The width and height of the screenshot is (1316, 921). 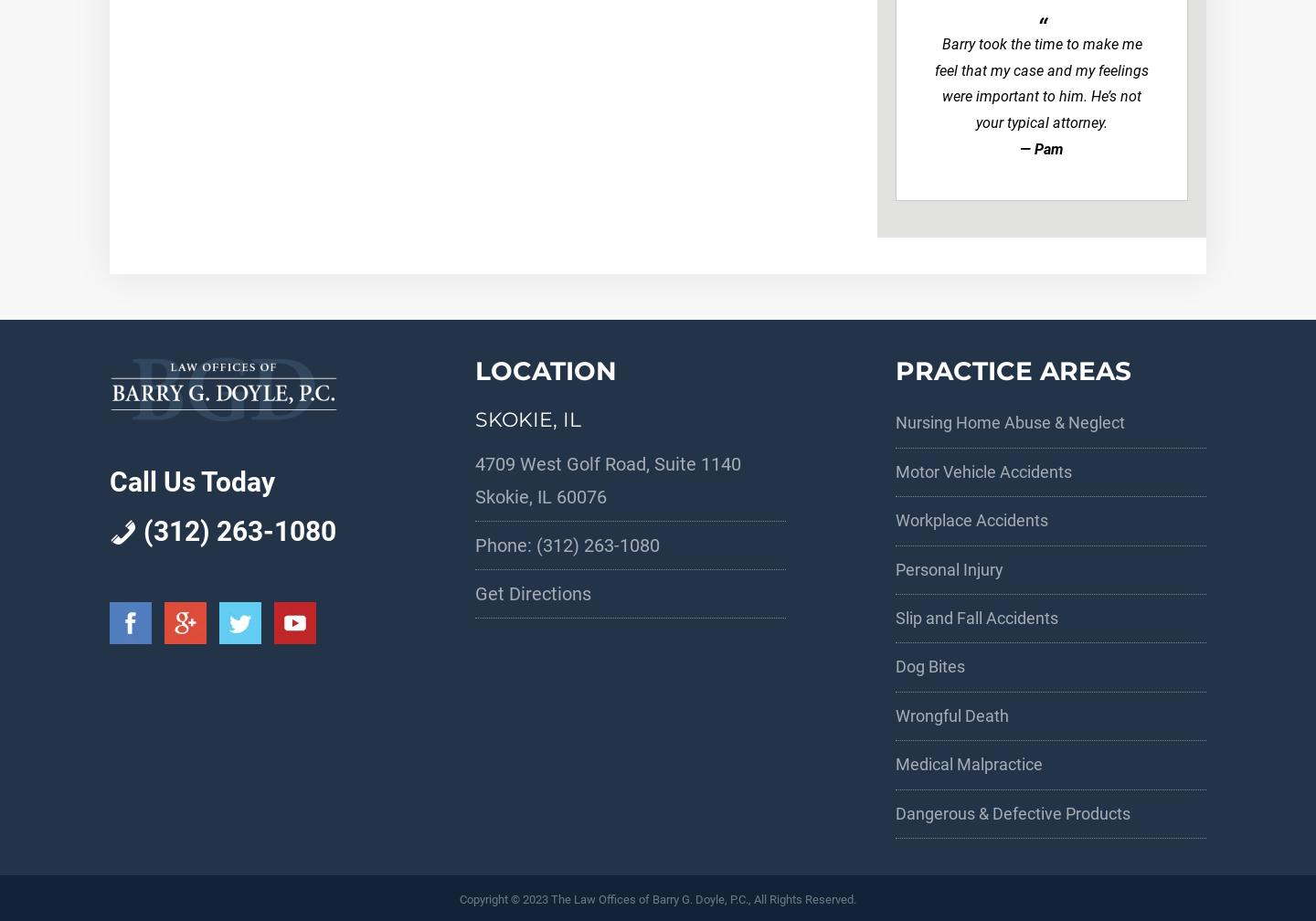 What do you see at coordinates (951, 715) in the screenshot?
I see `'Wrongful Death'` at bounding box center [951, 715].